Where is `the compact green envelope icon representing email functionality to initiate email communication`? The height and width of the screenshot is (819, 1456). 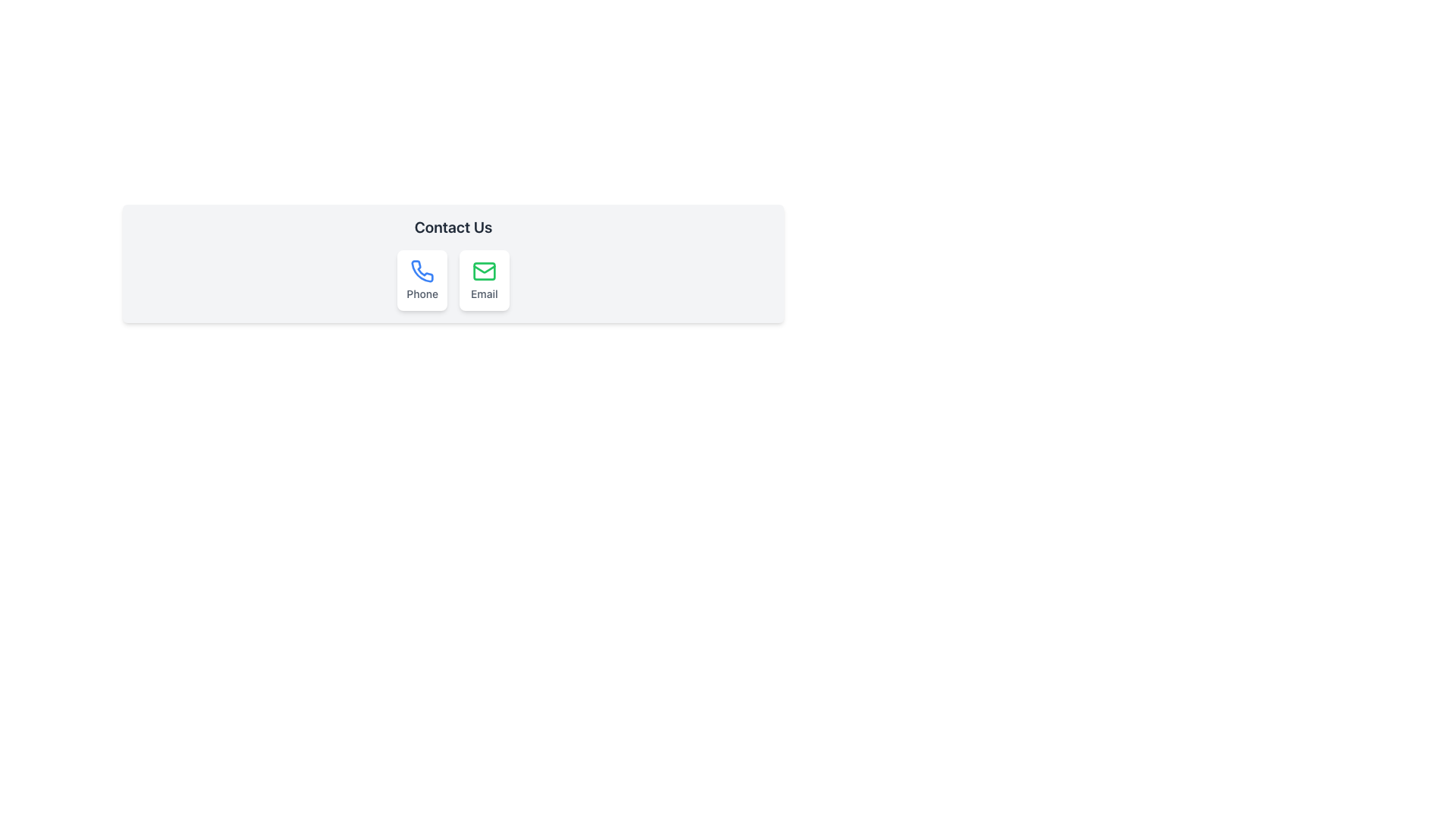 the compact green envelope icon representing email functionality to initiate email communication is located at coordinates (483, 271).